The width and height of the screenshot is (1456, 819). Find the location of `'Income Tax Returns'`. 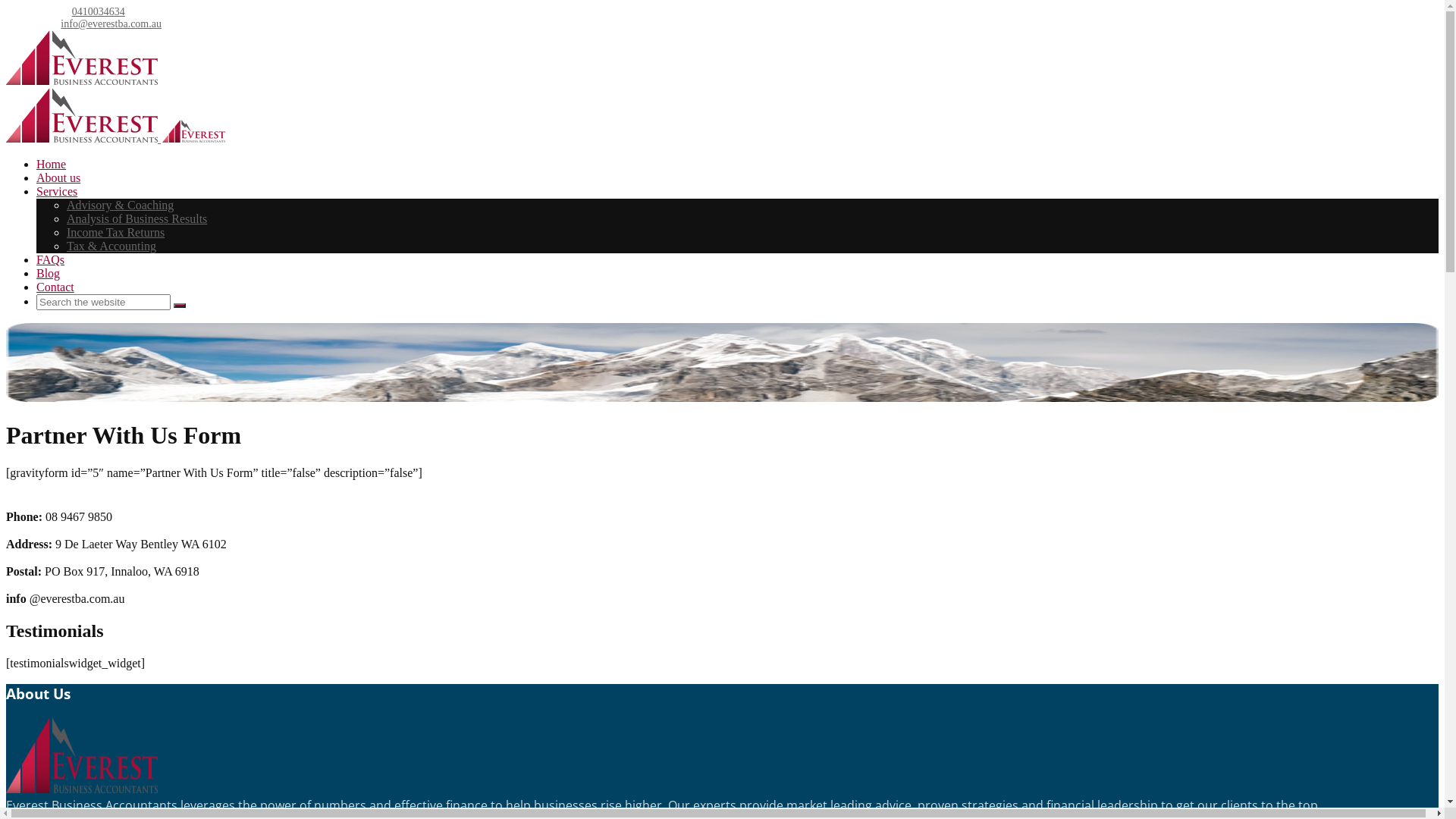

'Income Tax Returns' is located at coordinates (115, 232).